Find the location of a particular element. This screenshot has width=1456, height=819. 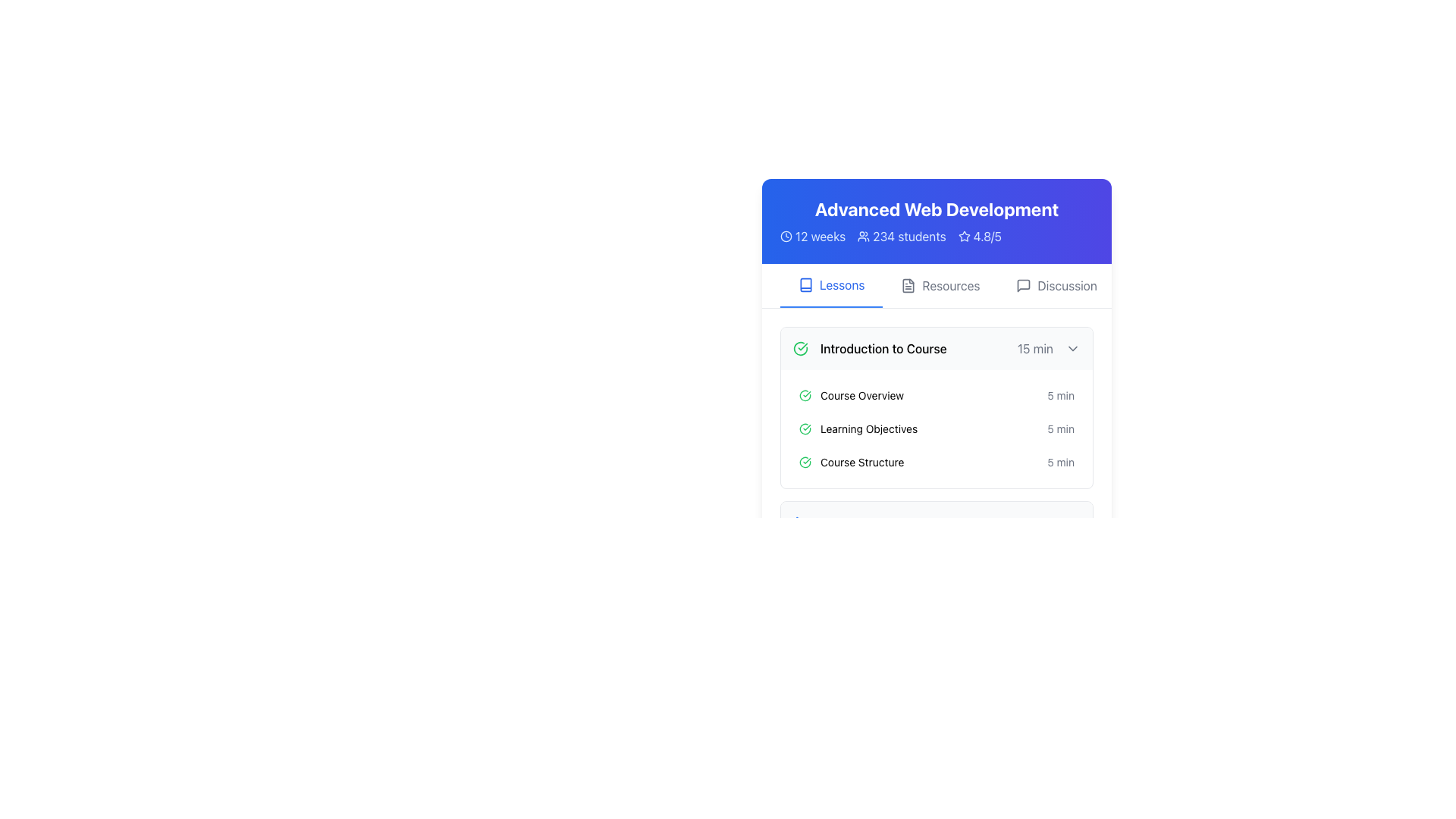

the SVG icon representing the 'Lessons' tab, which is located in the header section of the interface, aligned to the left of the 'Lessons' text is located at coordinates (805, 284).